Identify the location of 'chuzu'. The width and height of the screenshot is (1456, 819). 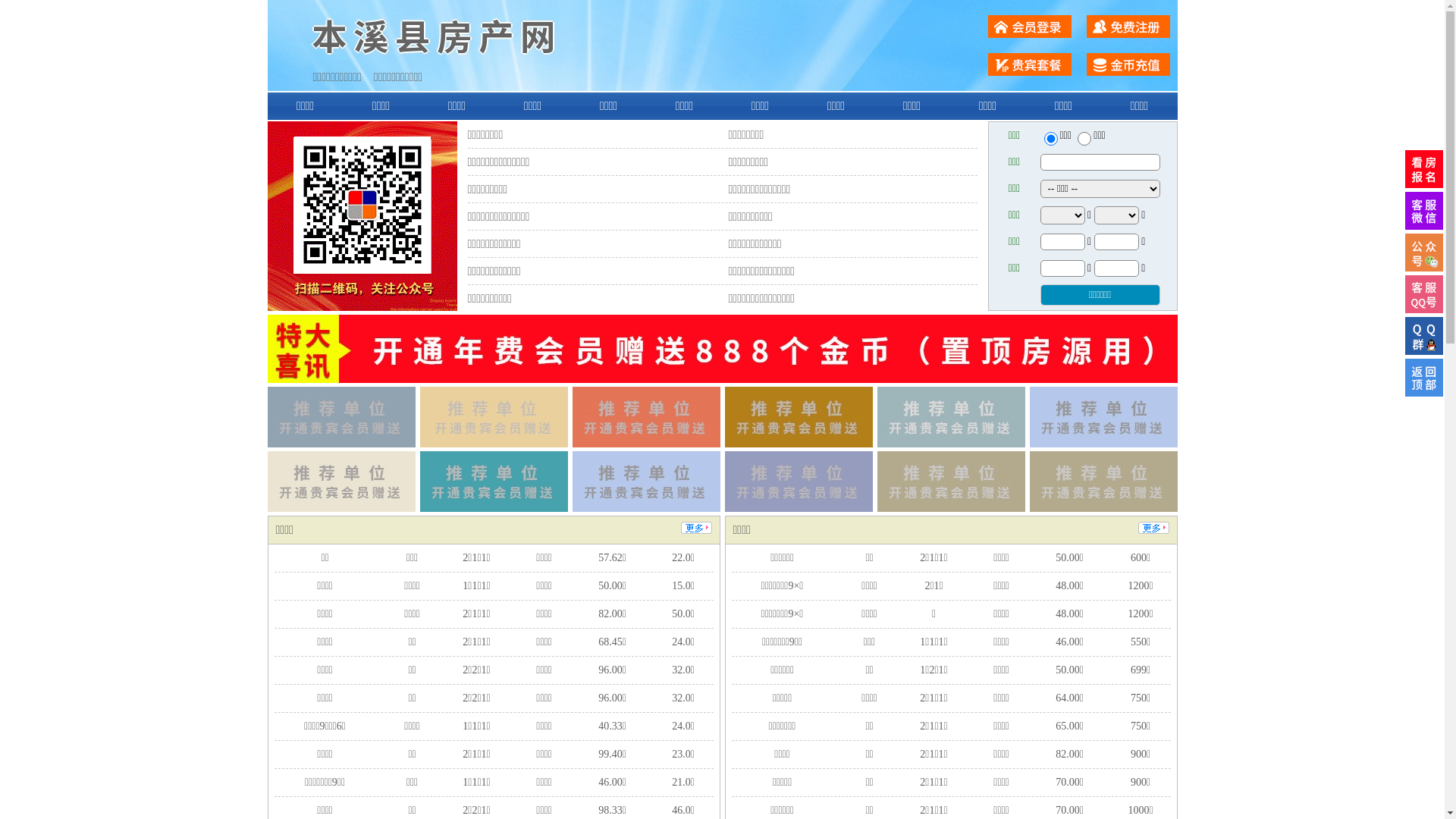
(1076, 138).